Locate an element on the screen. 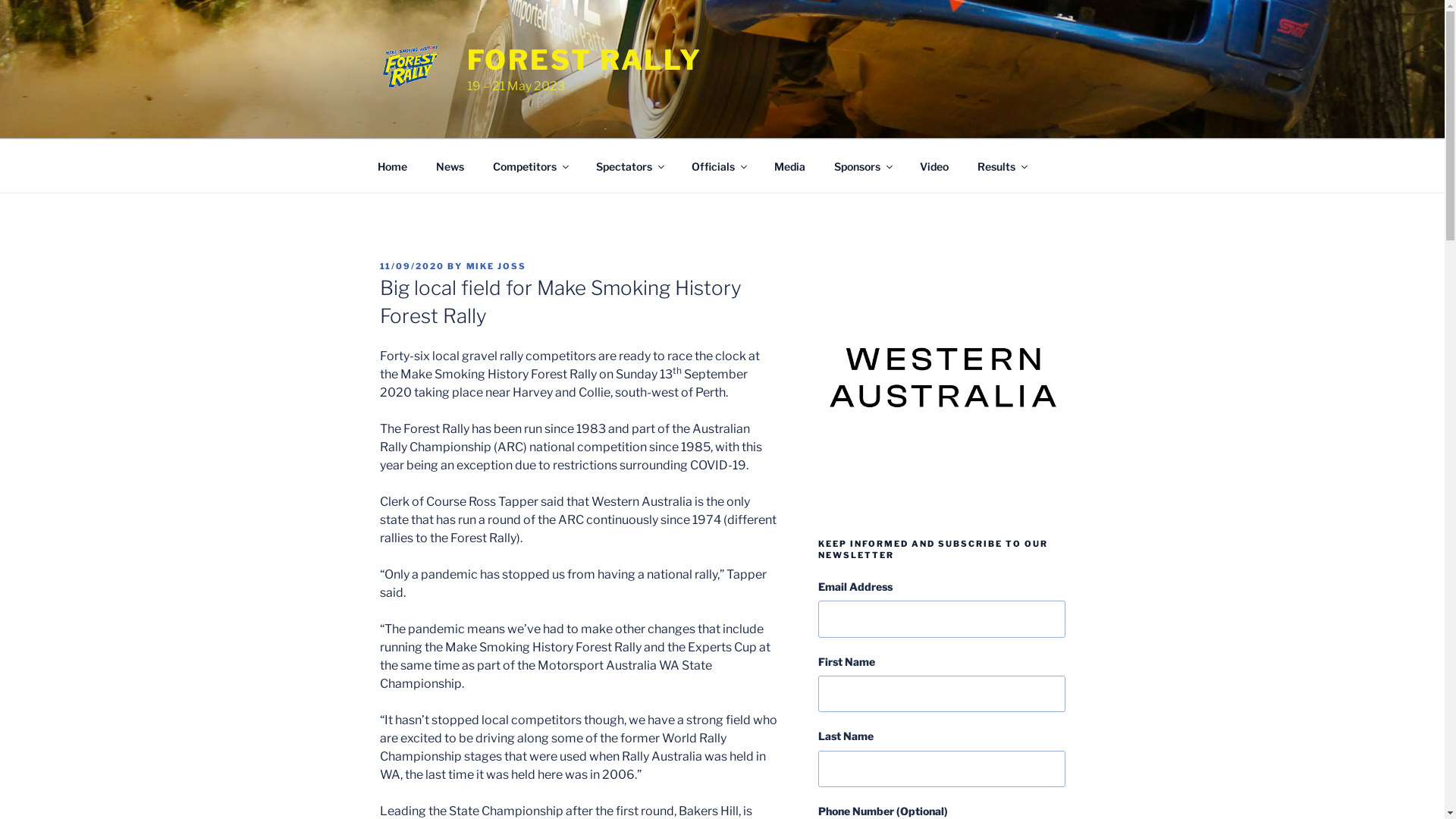 This screenshot has width=1456, height=819. 'Sponsors' is located at coordinates (862, 165).